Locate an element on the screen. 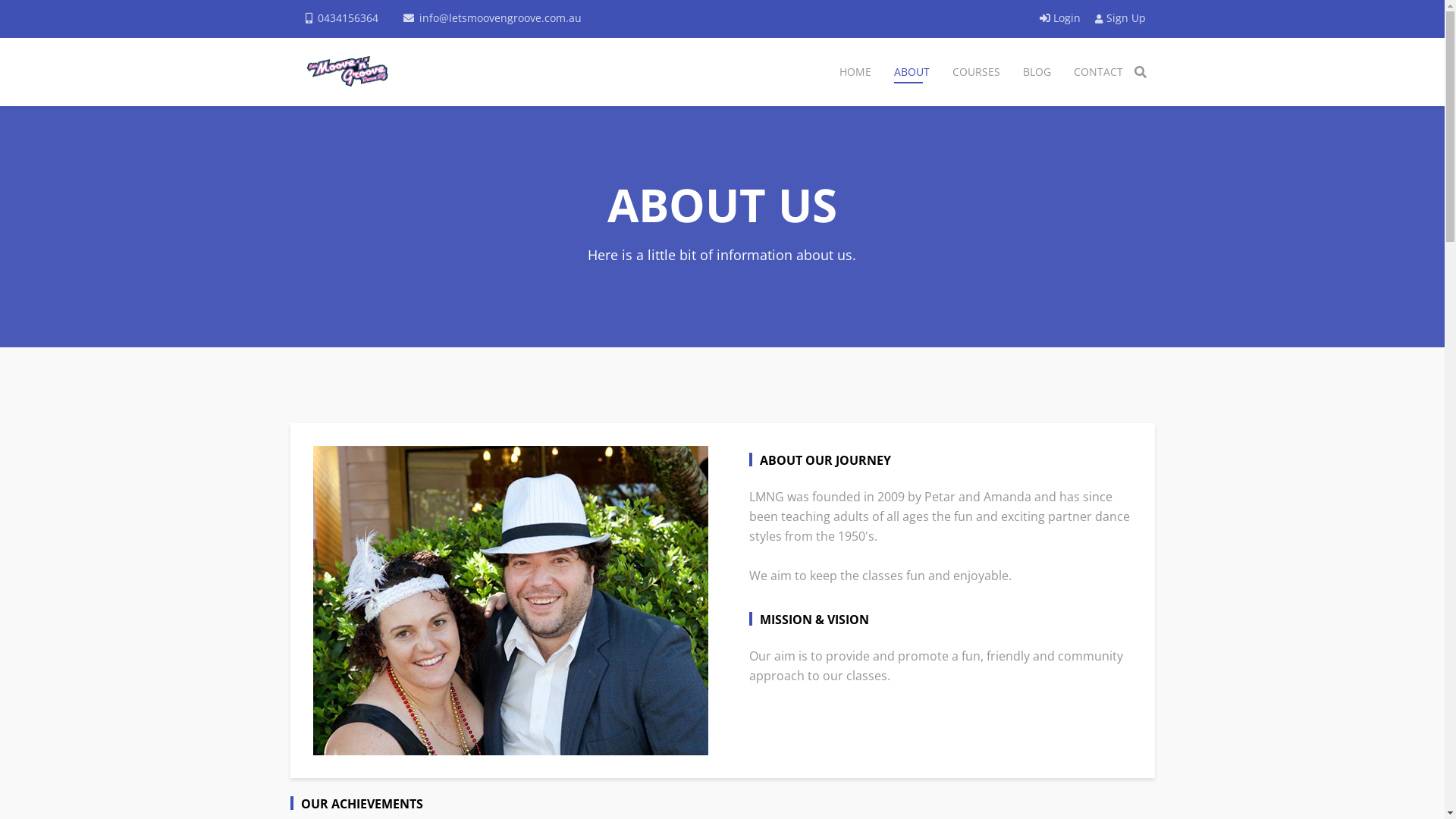  '0434156364' is located at coordinates (315, 17).